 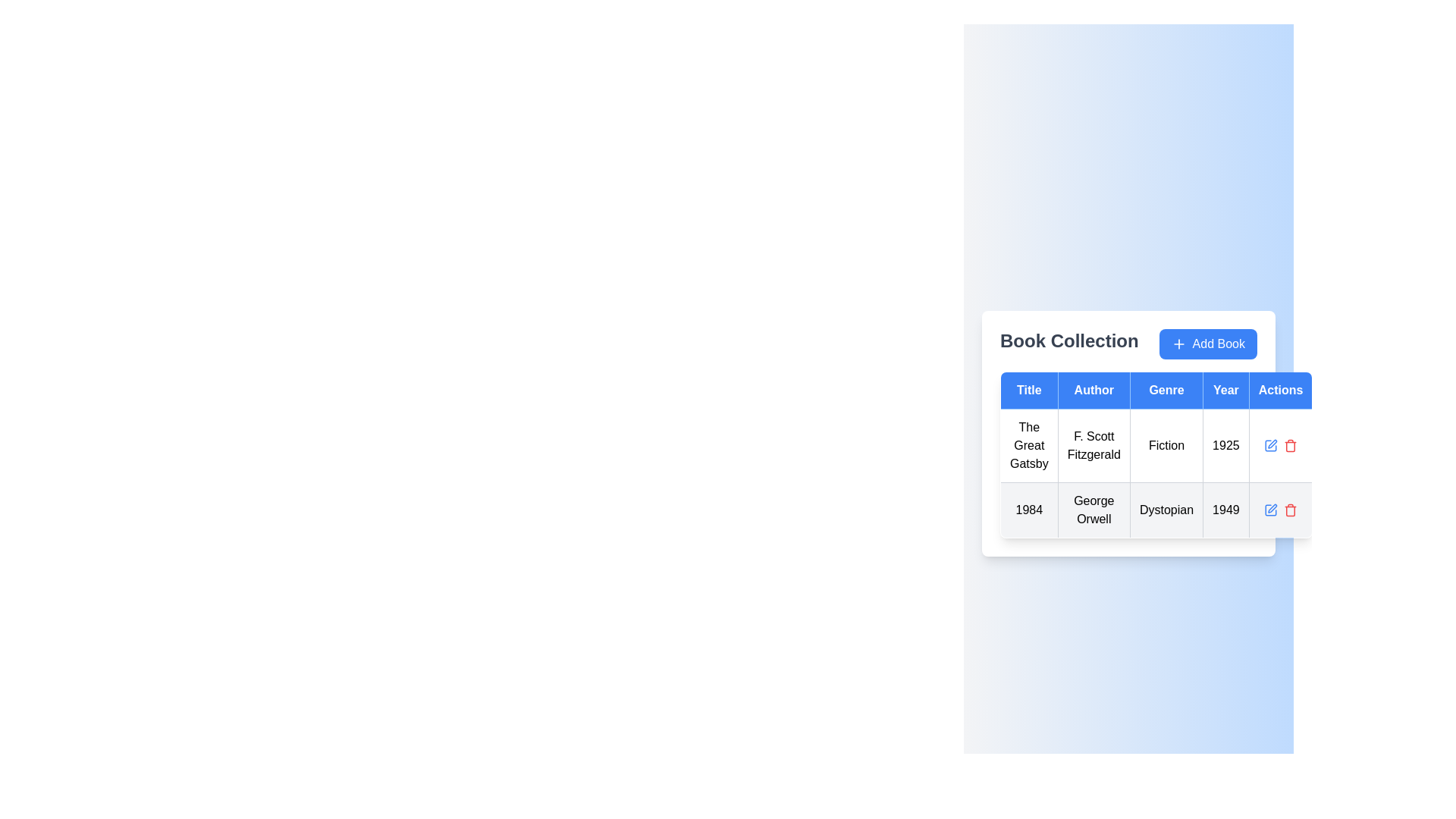 What do you see at coordinates (1225, 510) in the screenshot?
I see `the text label indicating the publication year of the book '1984' located in the second row of the 'Year' column in the table` at bounding box center [1225, 510].